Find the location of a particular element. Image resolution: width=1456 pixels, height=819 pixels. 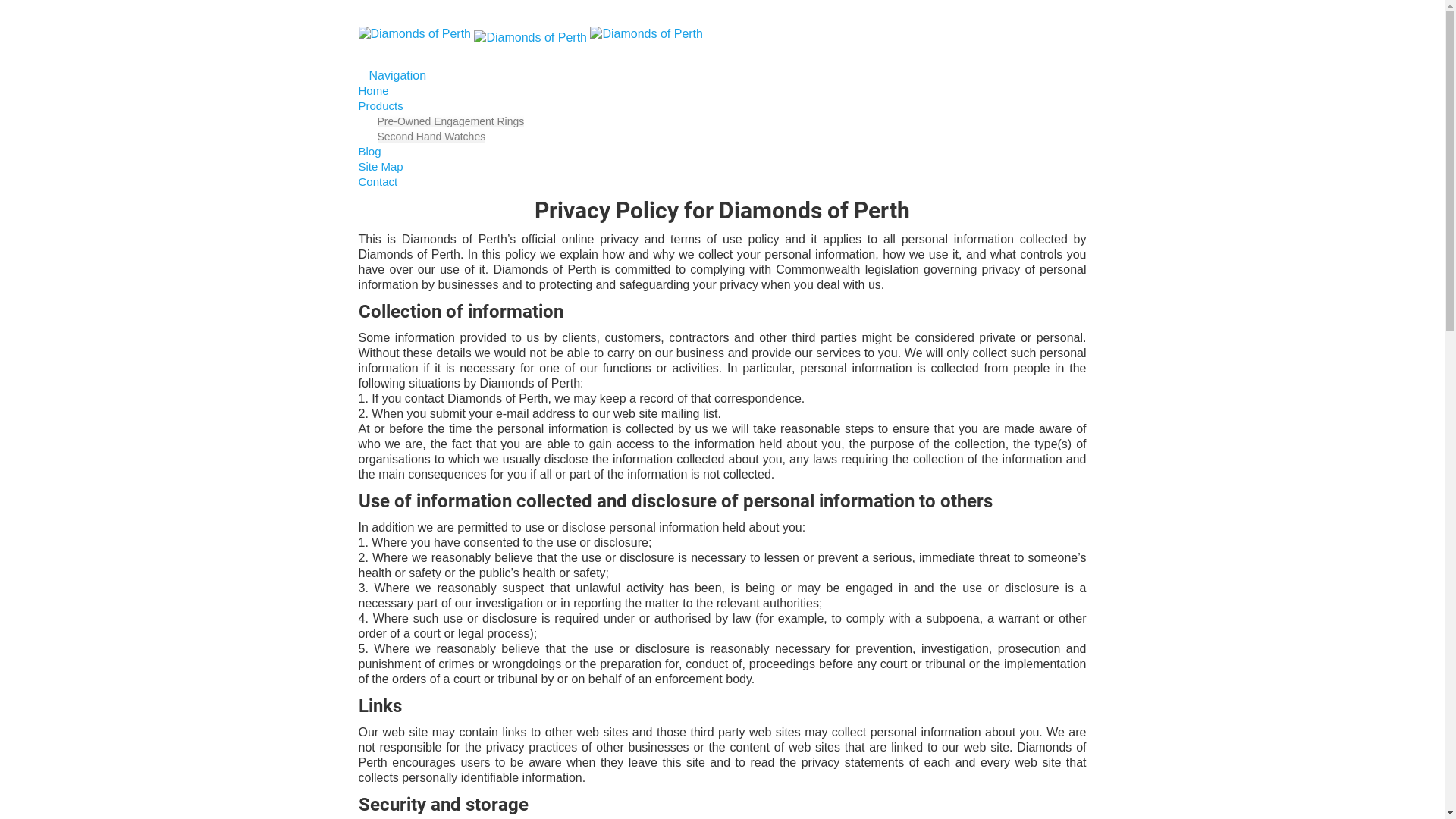

'Products' is located at coordinates (385, 105).